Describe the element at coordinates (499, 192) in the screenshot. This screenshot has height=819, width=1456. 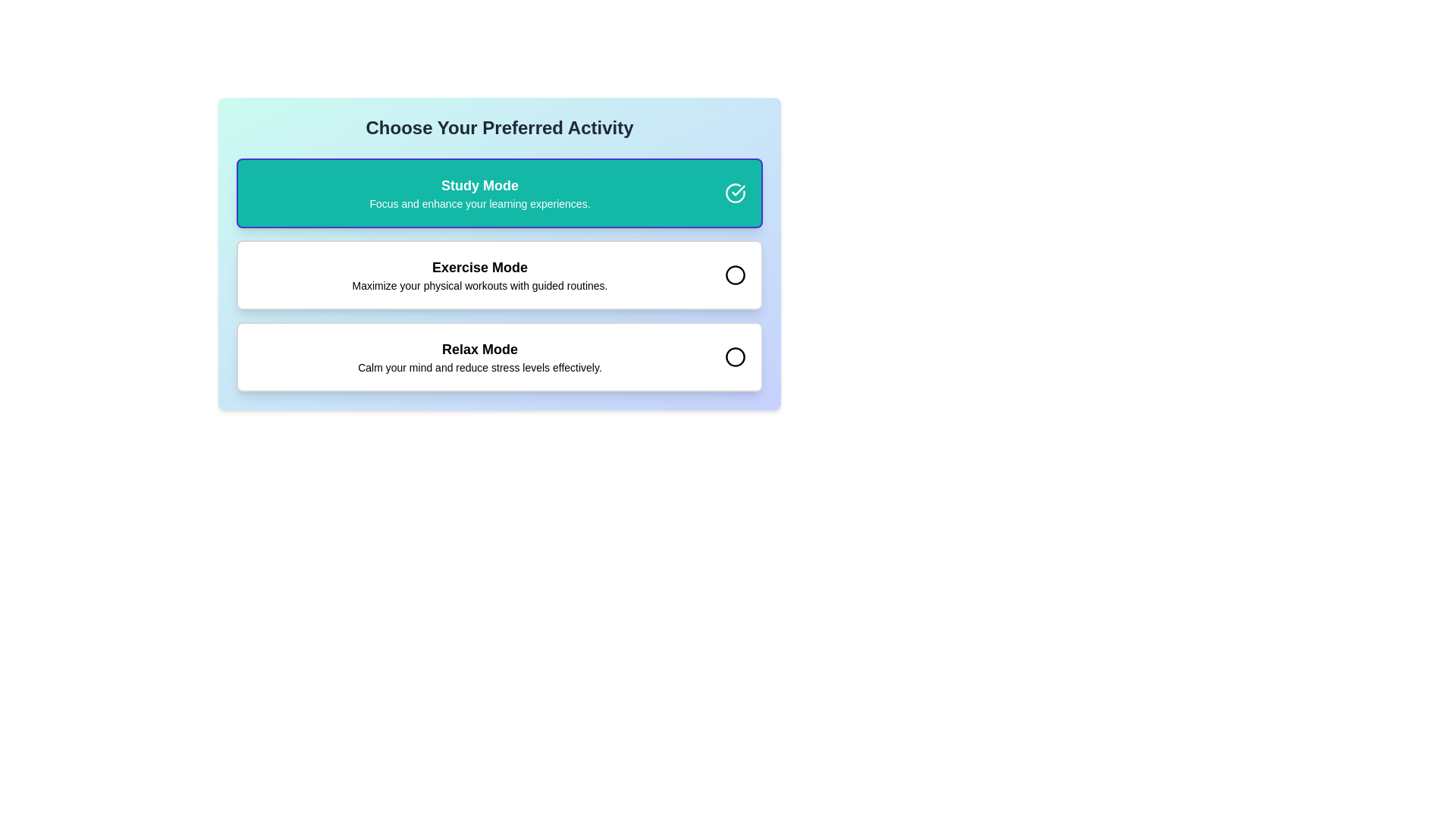
I see `the 'Study Mode' button, which is the first option in a vertically aligned list of three buttons` at that location.